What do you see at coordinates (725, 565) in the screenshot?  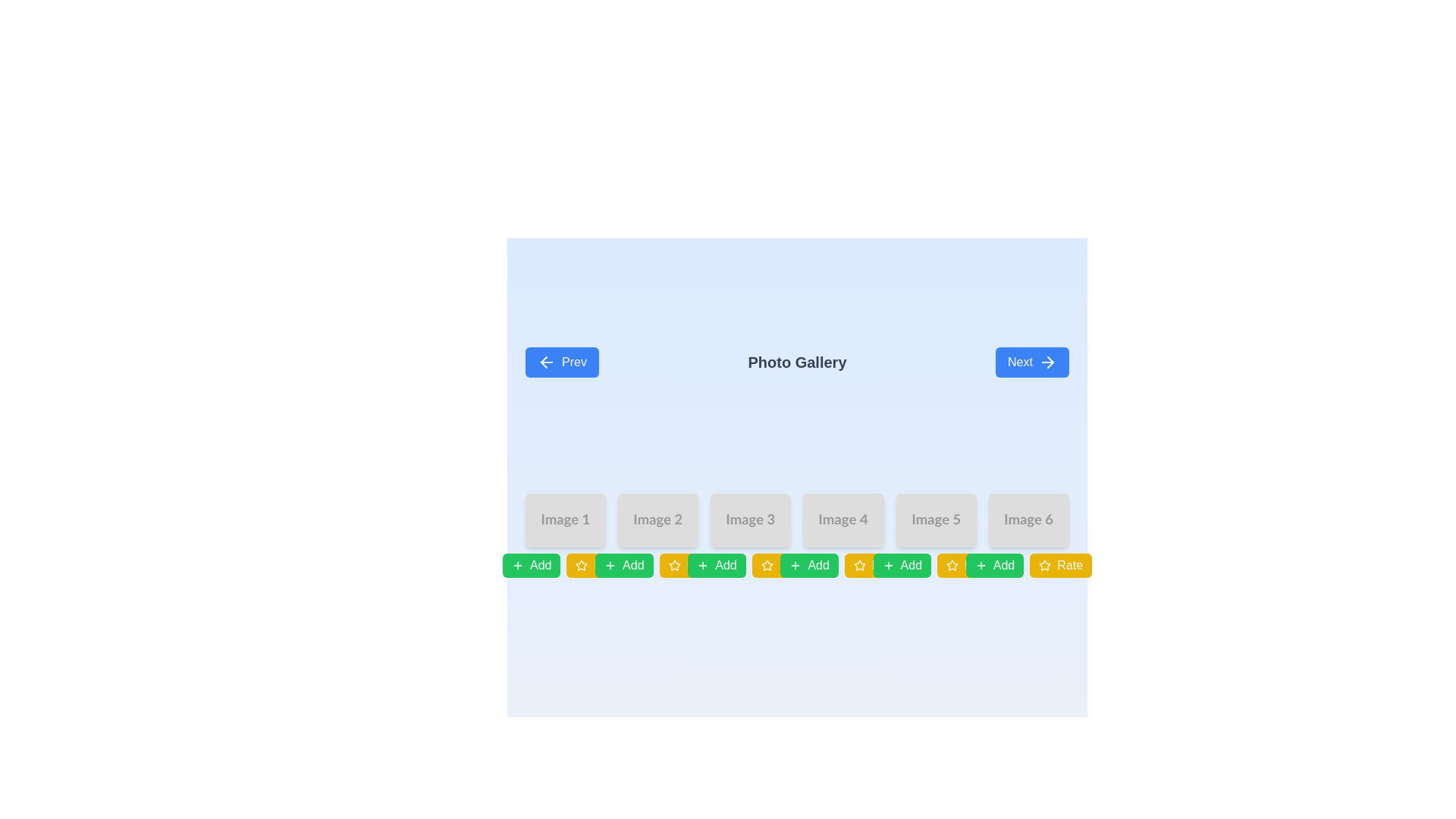 I see `the fourth 'Add' button from the left, which is associated with 'Image 3'` at bounding box center [725, 565].